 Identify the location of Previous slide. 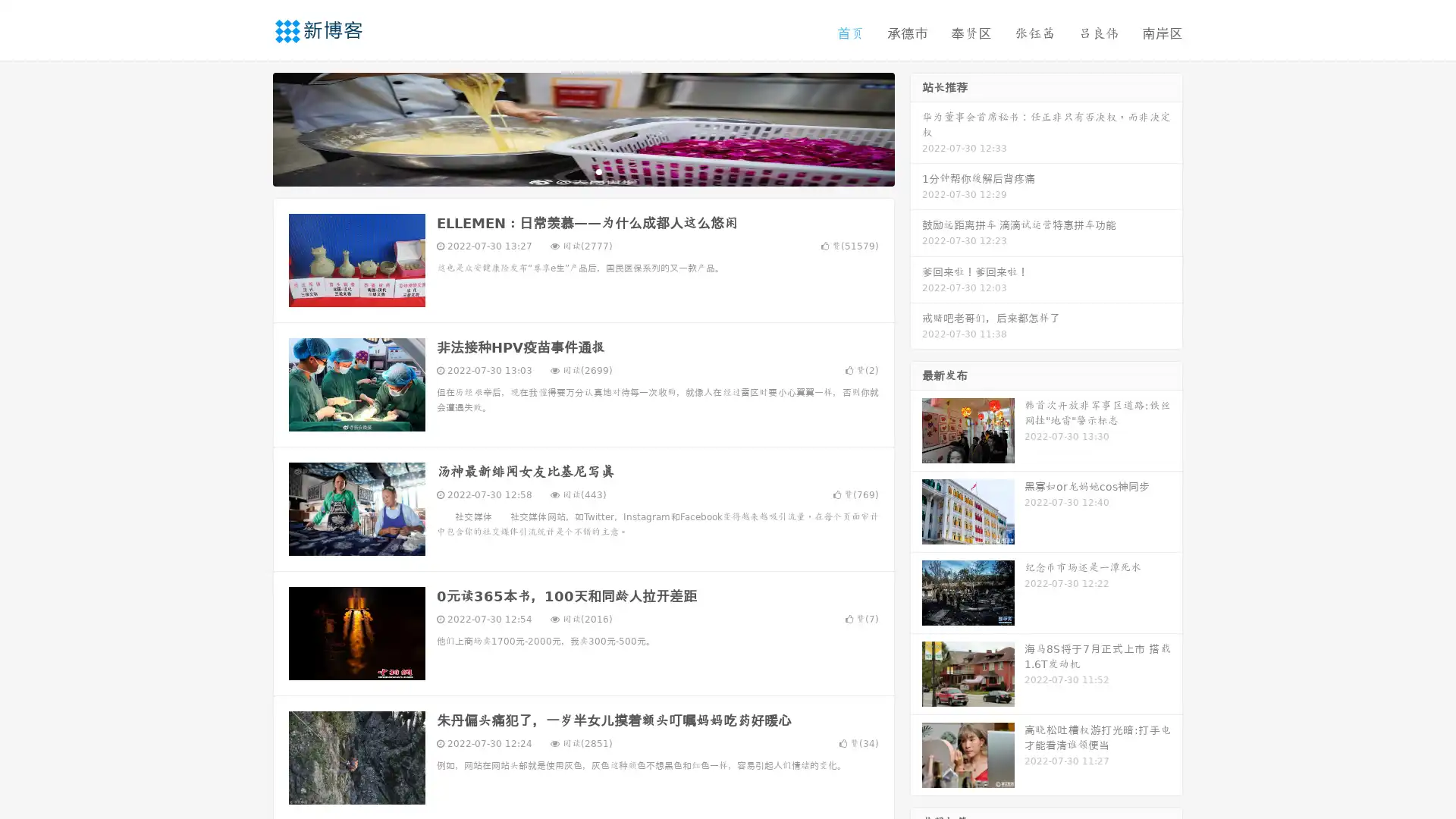
(250, 127).